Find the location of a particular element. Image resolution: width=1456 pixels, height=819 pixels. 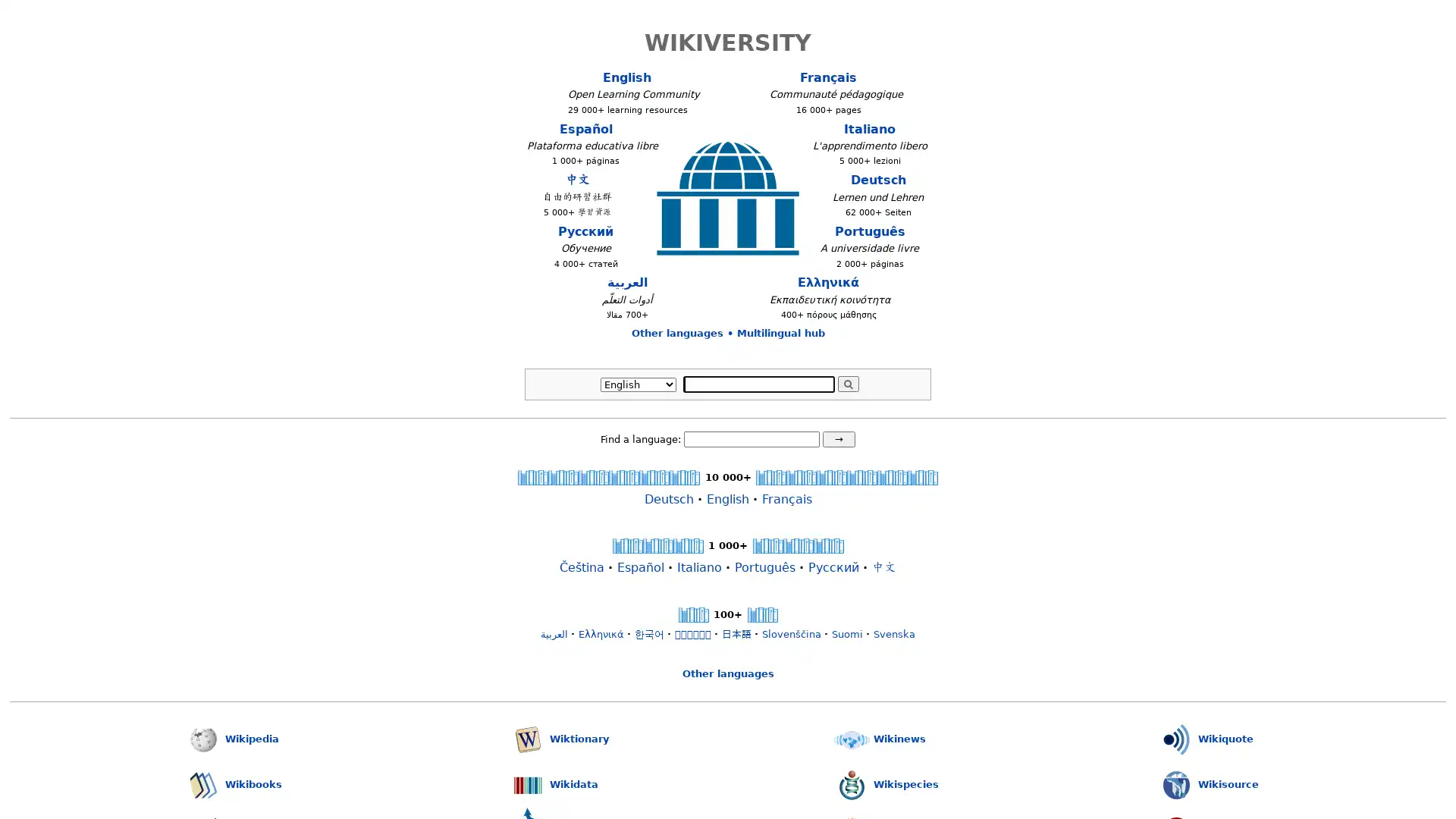

Search is located at coordinates (847, 382).